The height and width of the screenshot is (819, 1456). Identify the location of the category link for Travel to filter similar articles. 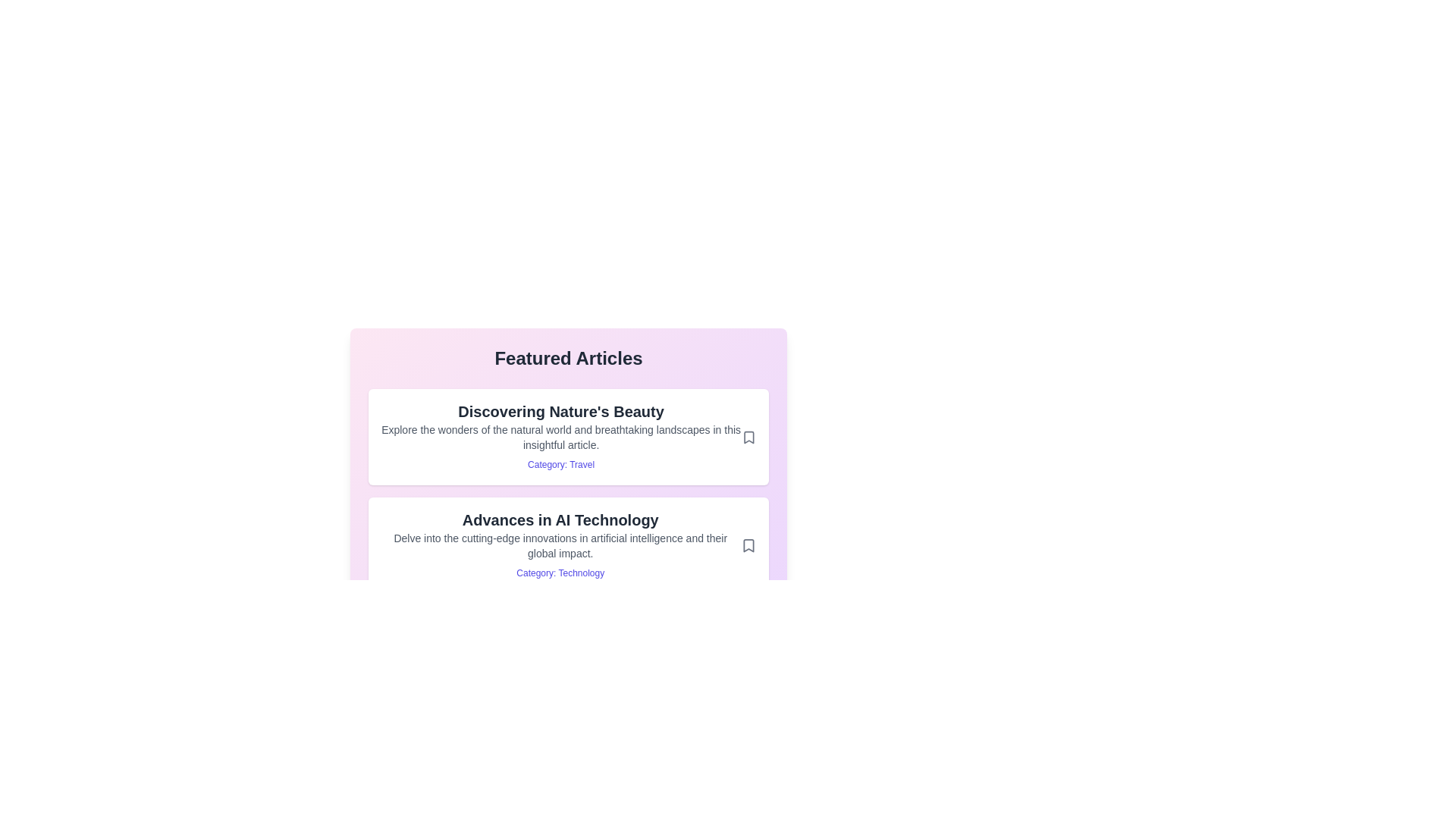
(560, 464).